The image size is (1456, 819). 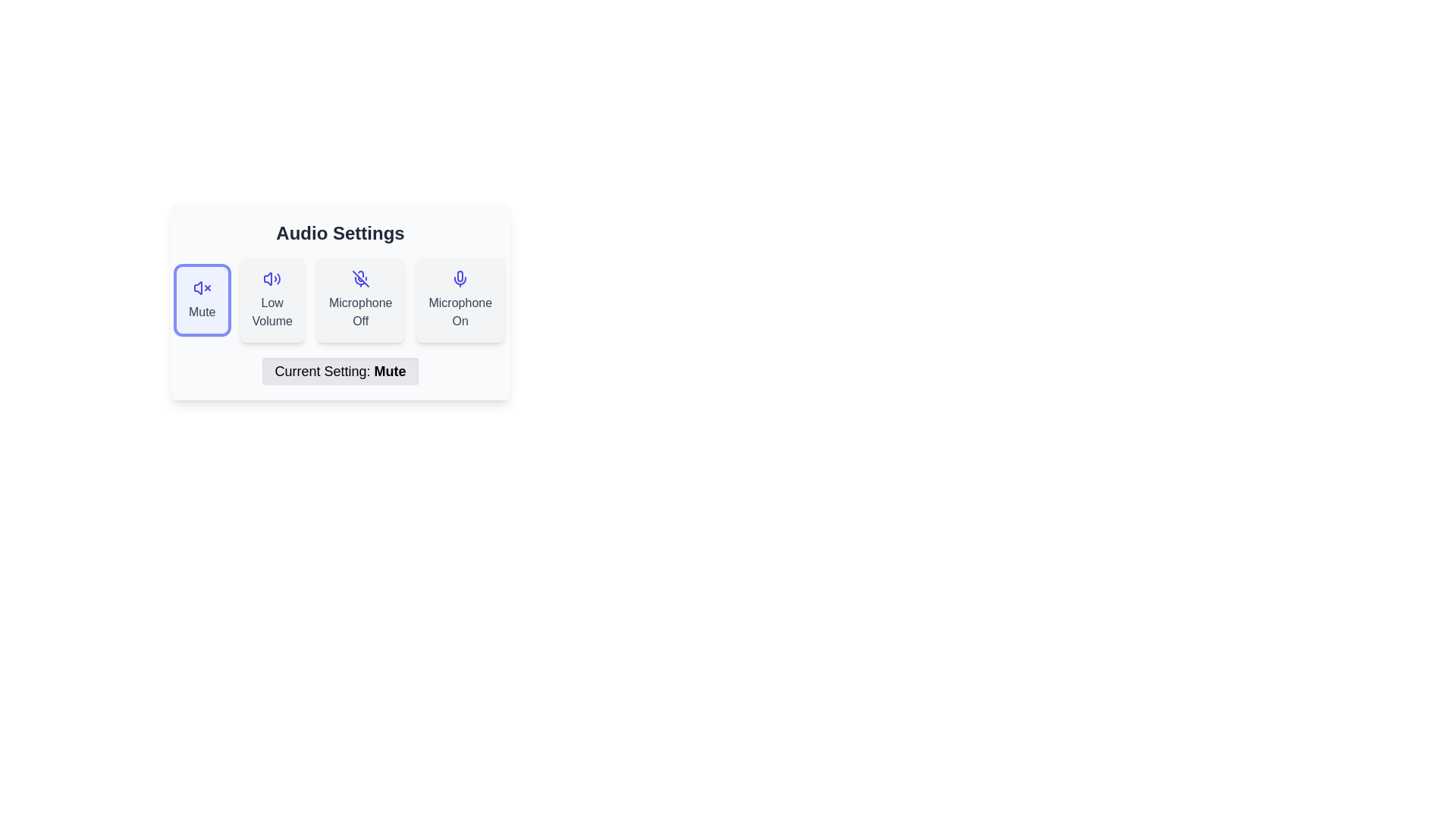 What do you see at coordinates (340, 371) in the screenshot?
I see `the label displaying 'Current Setting: Mute', which is located in the 'Audio Settings' section and has a light gray background` at bounding box center [340, 371].